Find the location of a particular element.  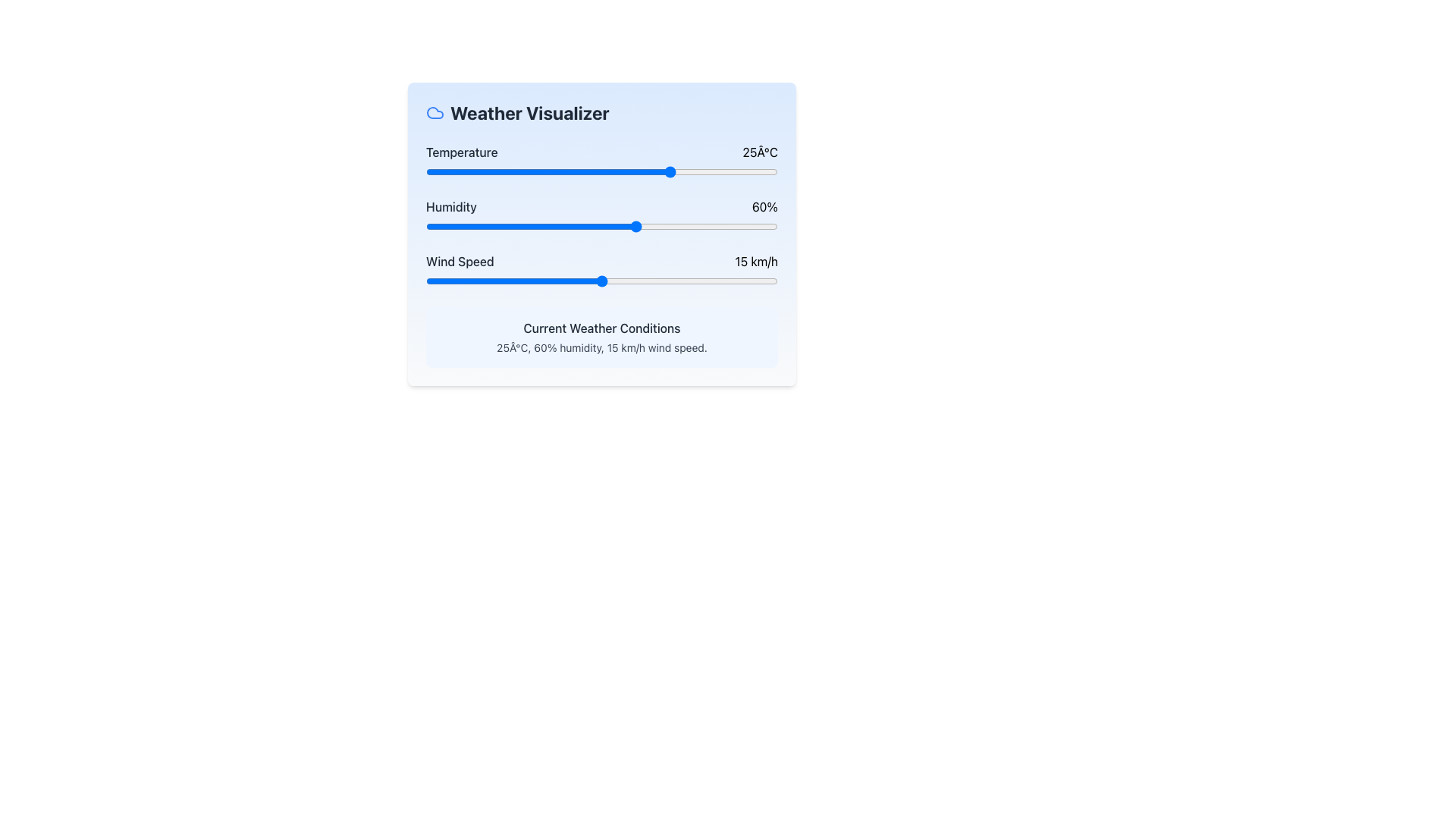

the humidity level is located at coordinates (573, 227).